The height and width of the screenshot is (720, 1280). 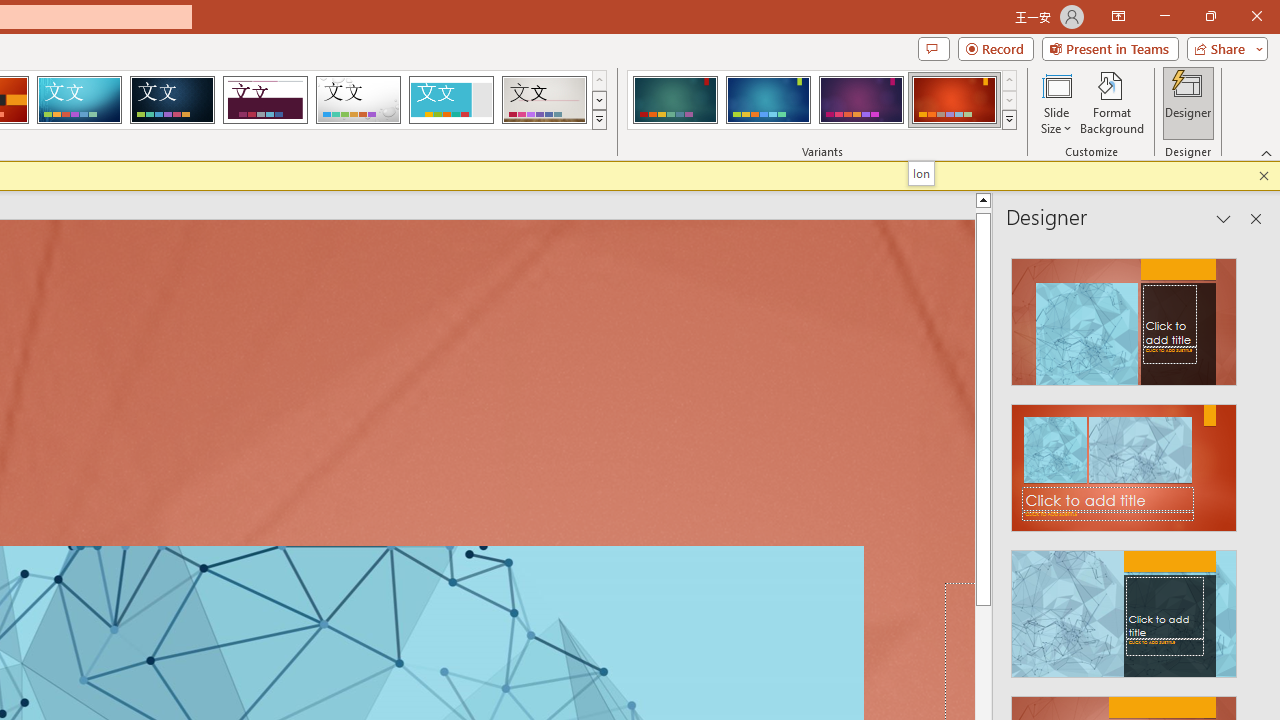 What do you see at coordinates (767, 100) in the screenshot?
I see `'Ion Variant 2'` at bounding box center [767, 100].